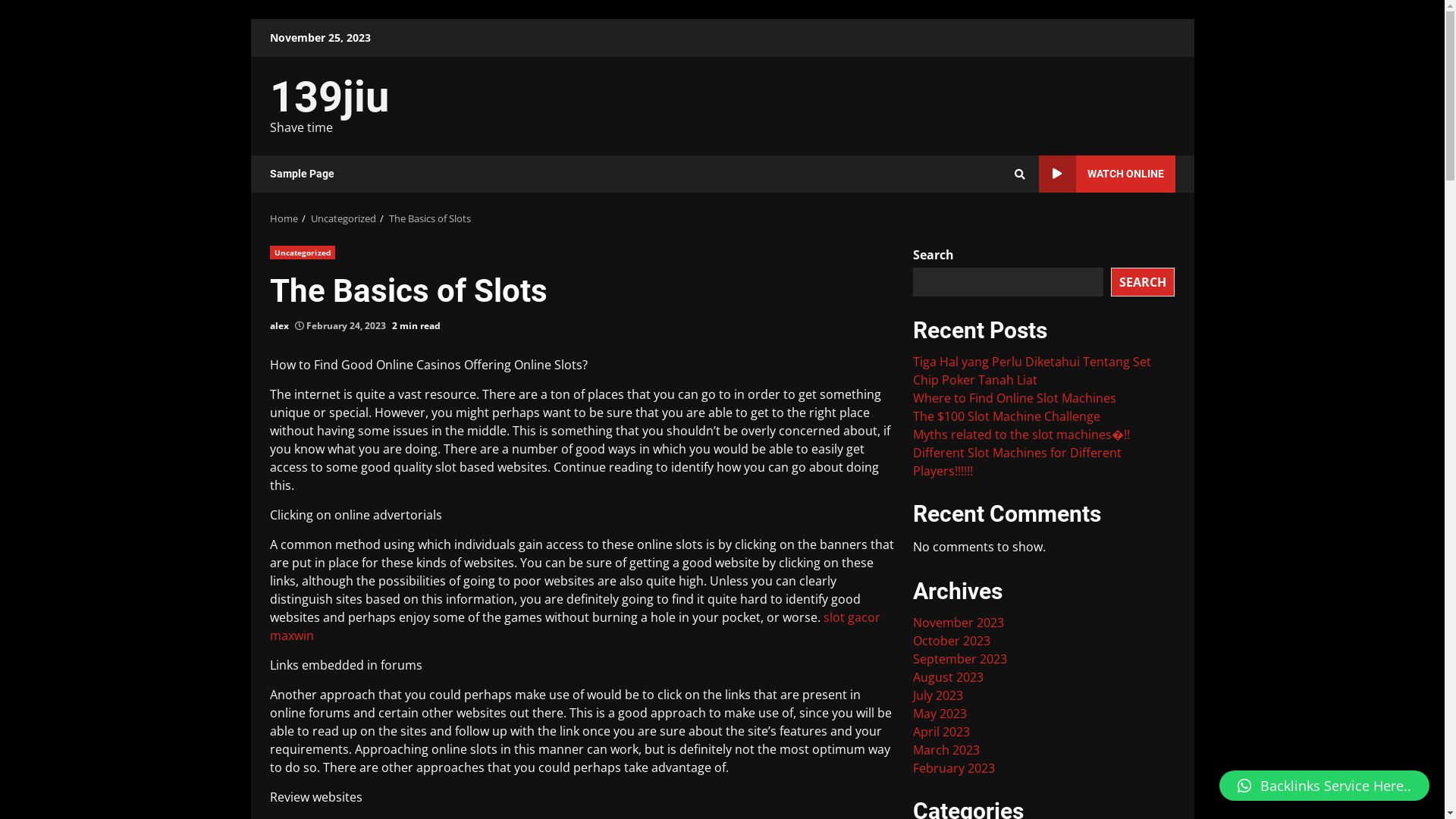  I want to click on 'May 2023', so click(939, 714).